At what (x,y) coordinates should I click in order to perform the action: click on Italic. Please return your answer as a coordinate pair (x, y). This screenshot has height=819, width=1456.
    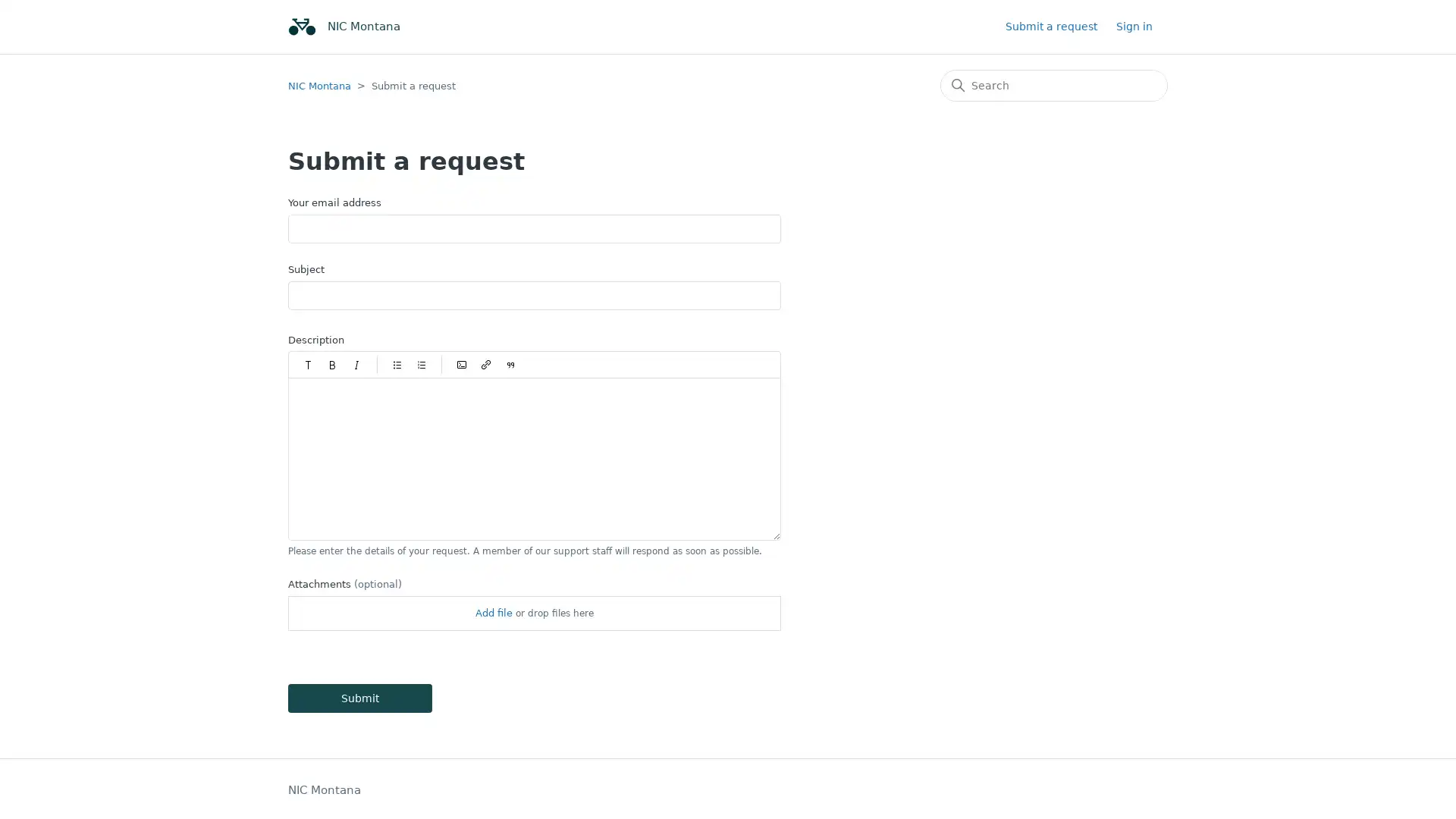
    Looking at the image, I should click on (356, 365).